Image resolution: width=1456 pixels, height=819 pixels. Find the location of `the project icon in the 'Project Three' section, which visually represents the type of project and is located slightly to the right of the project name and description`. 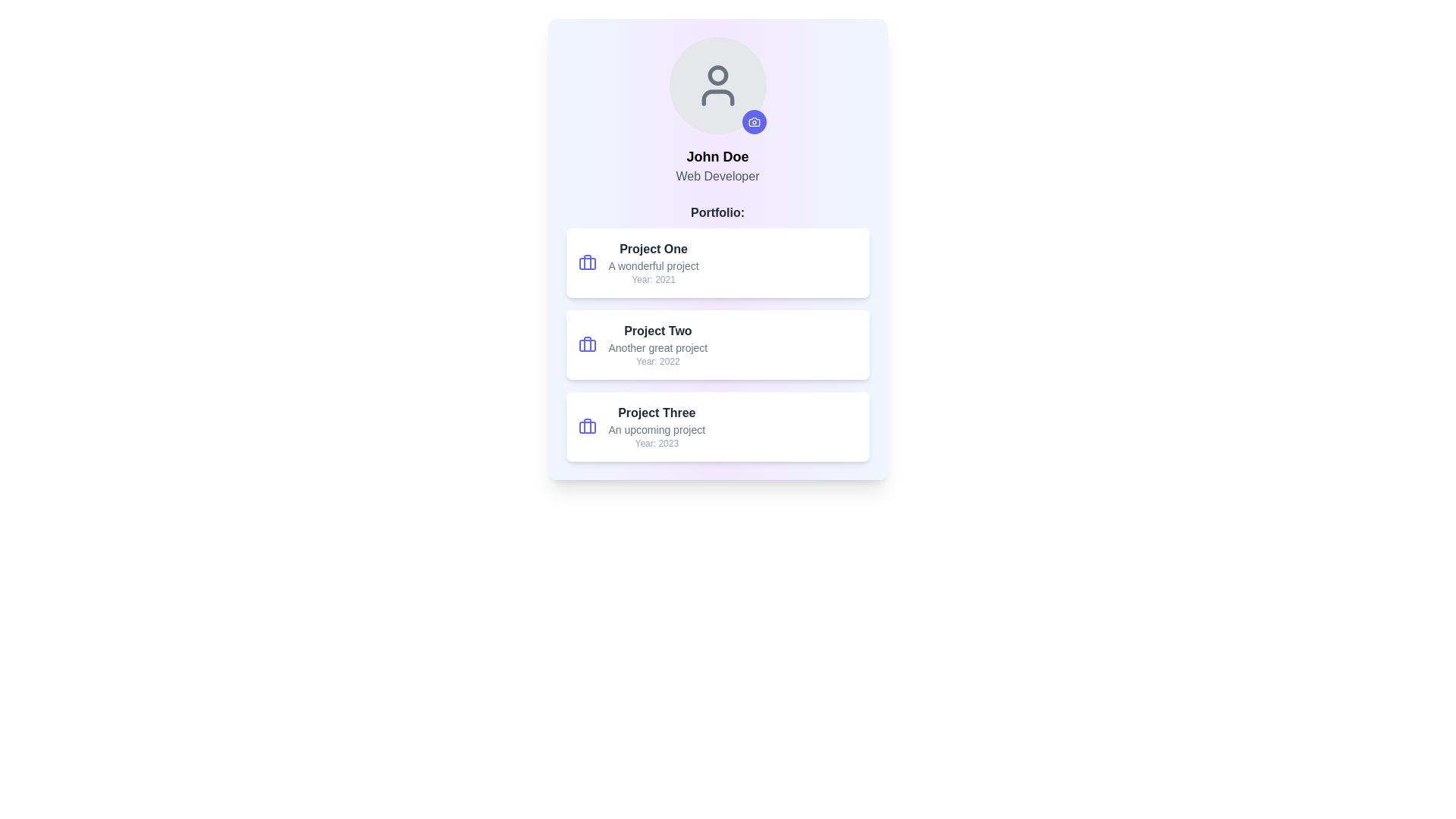

the project icon in the 'Project Three' section, which visually represents the type of project and is located slightly to the right of the project name and description is located at coordinates (586, 427).